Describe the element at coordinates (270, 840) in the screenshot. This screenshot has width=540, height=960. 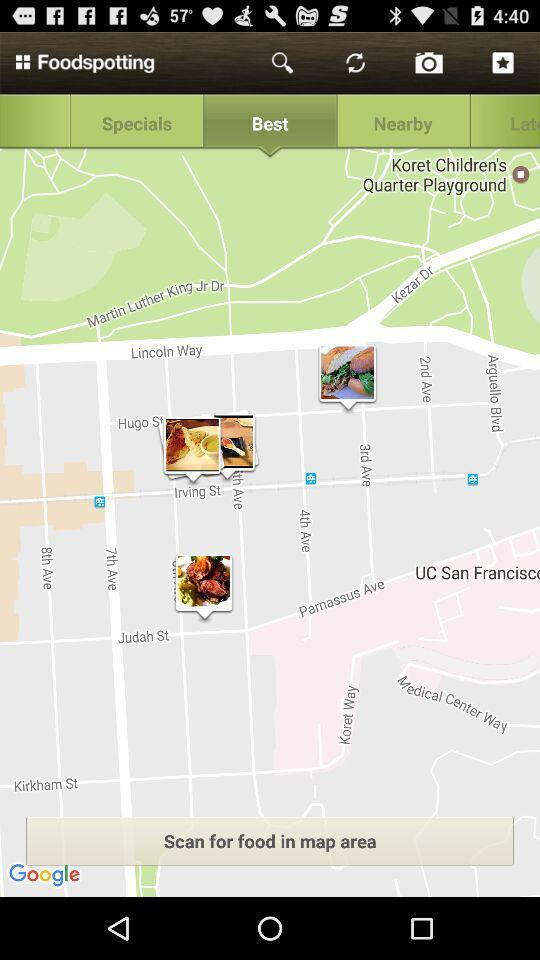
I see `scan for food item` at that location.